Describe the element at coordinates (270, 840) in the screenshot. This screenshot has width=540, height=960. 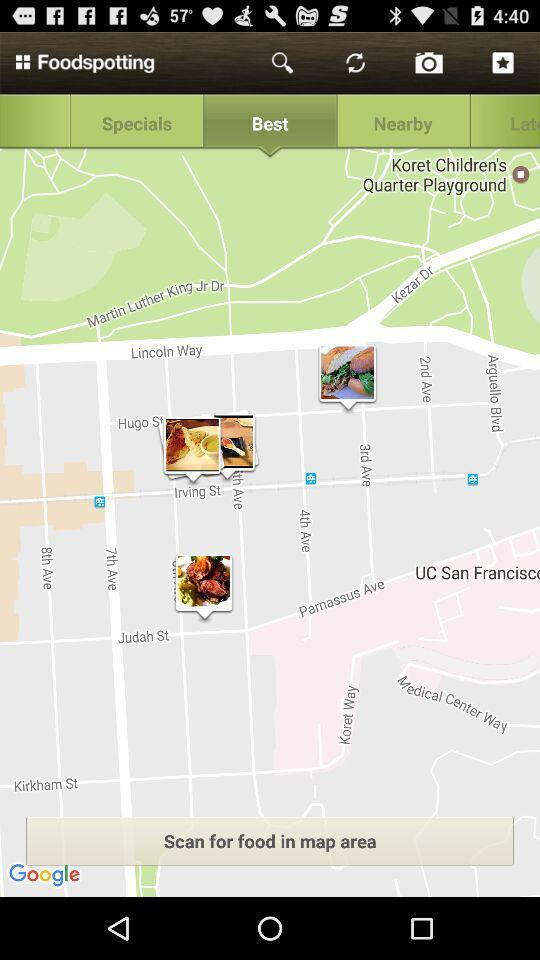
I see `scan for food item` at that location.